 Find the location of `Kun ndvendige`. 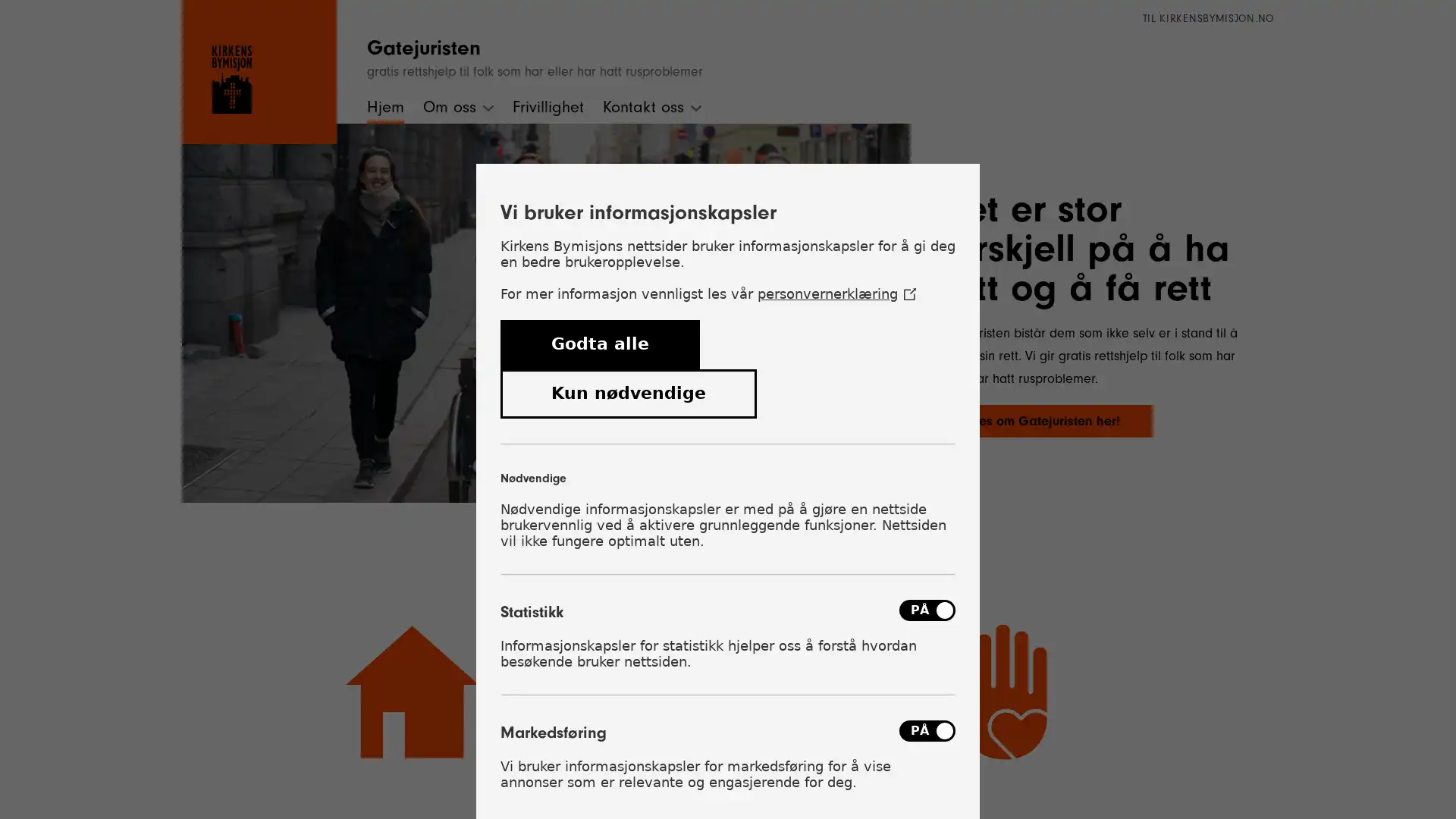

Kun ndvendige is located at coordinates (629, 393).